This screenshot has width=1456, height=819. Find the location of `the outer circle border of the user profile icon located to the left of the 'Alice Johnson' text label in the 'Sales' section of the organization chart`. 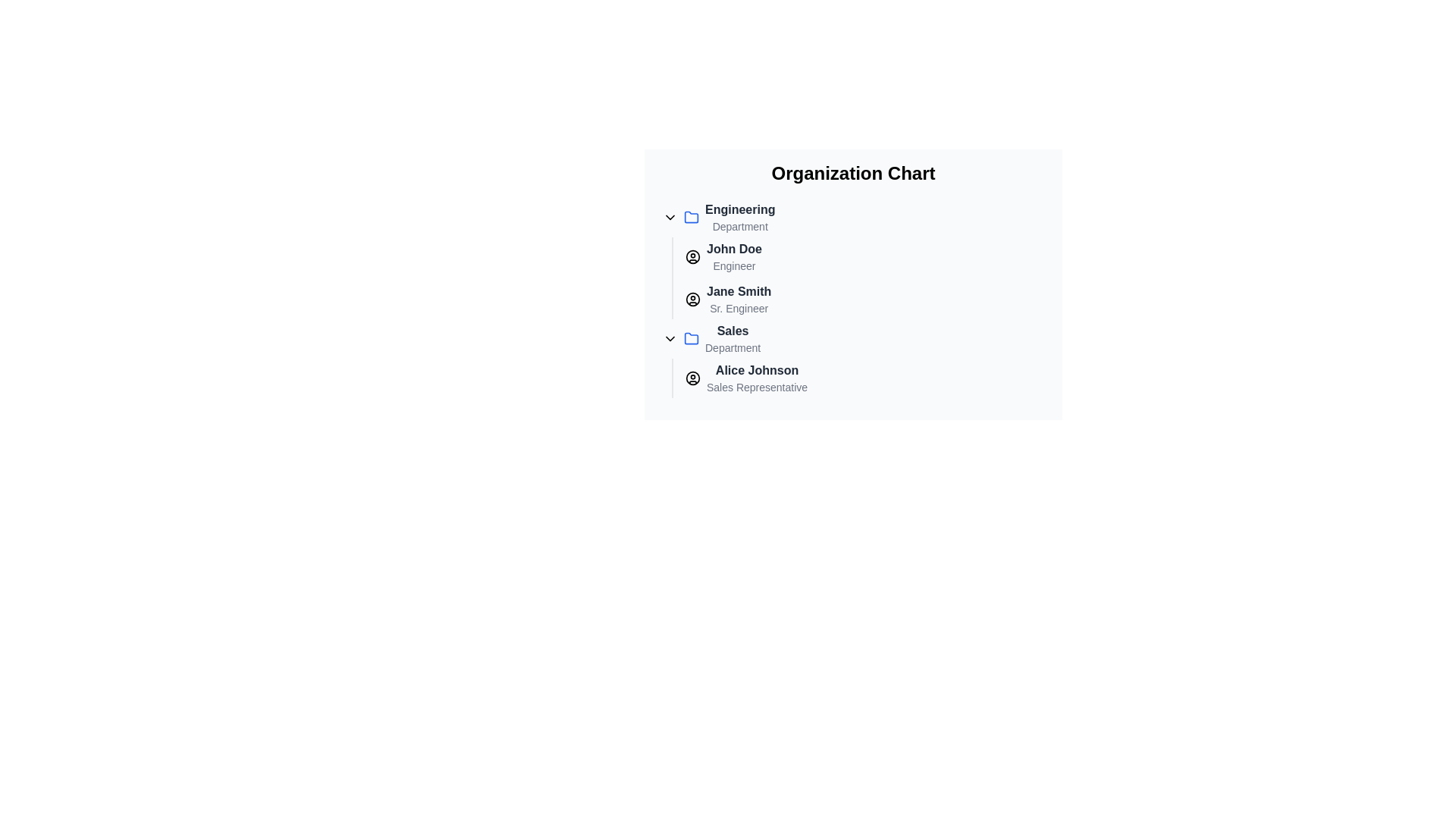

the outer circle border of the user profile icon located to the left of the 'Alice Johnson' text label in the 'Sales' section of the organization chart is located at coordinates (692, 377).